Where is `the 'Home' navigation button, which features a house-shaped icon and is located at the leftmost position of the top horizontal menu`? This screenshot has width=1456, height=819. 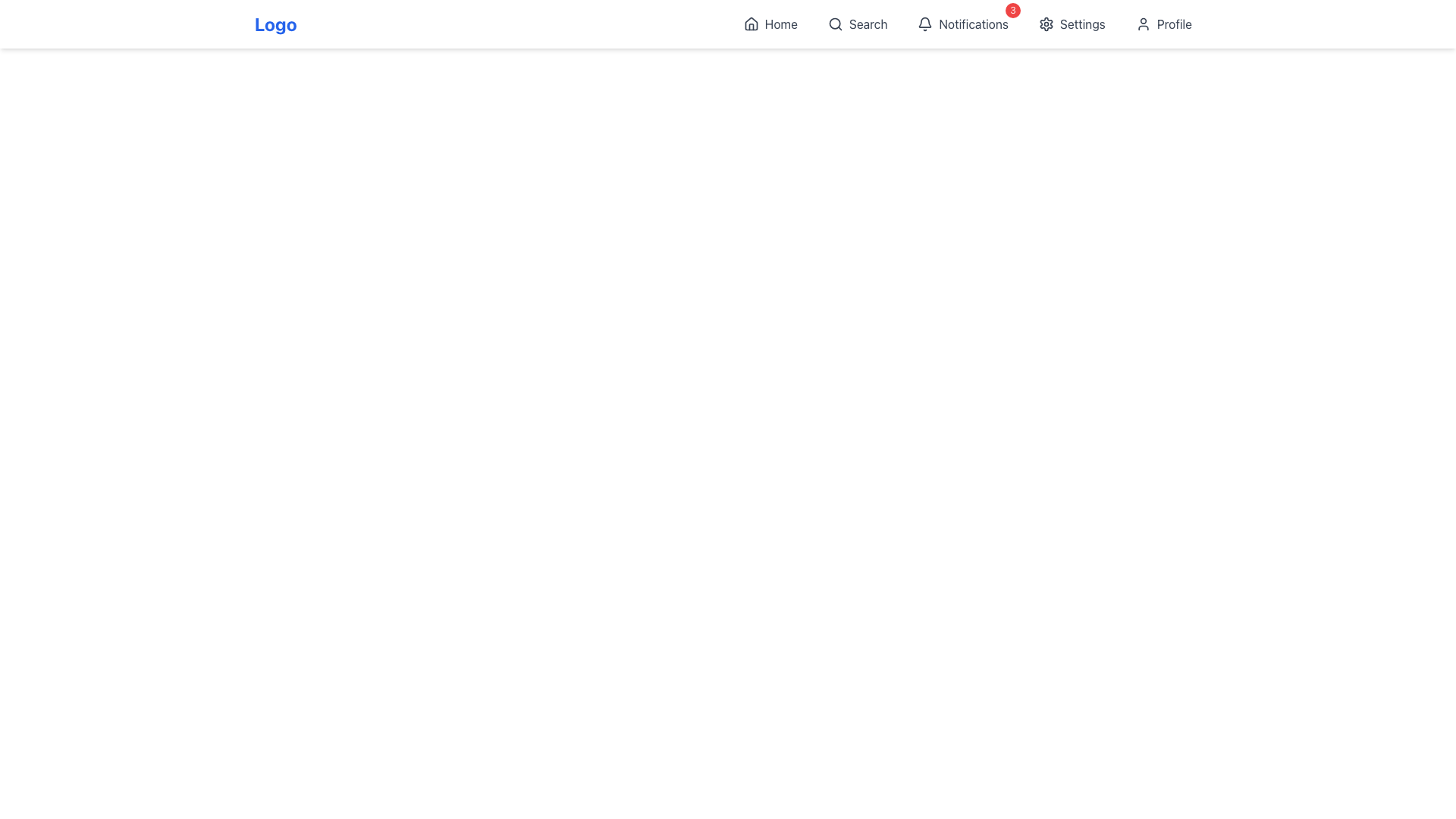
the 'Home' navigation button, which features a house-shaped icon and is located at the leftmost position of the top horizontal menu is located at coordinates (770, 24).